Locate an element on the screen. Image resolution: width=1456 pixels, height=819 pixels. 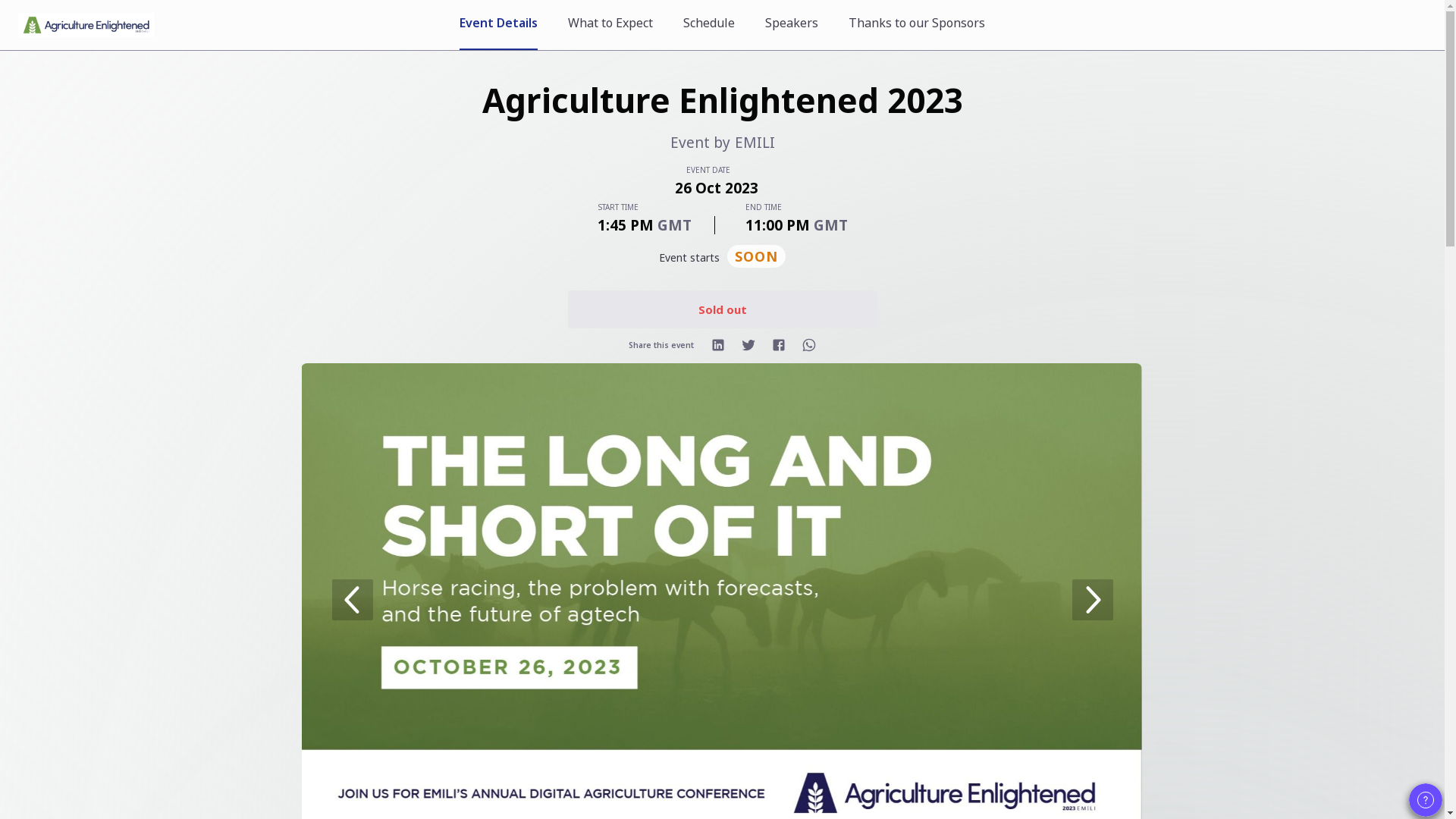
'Sold out' is located at coordinates (720, 309).